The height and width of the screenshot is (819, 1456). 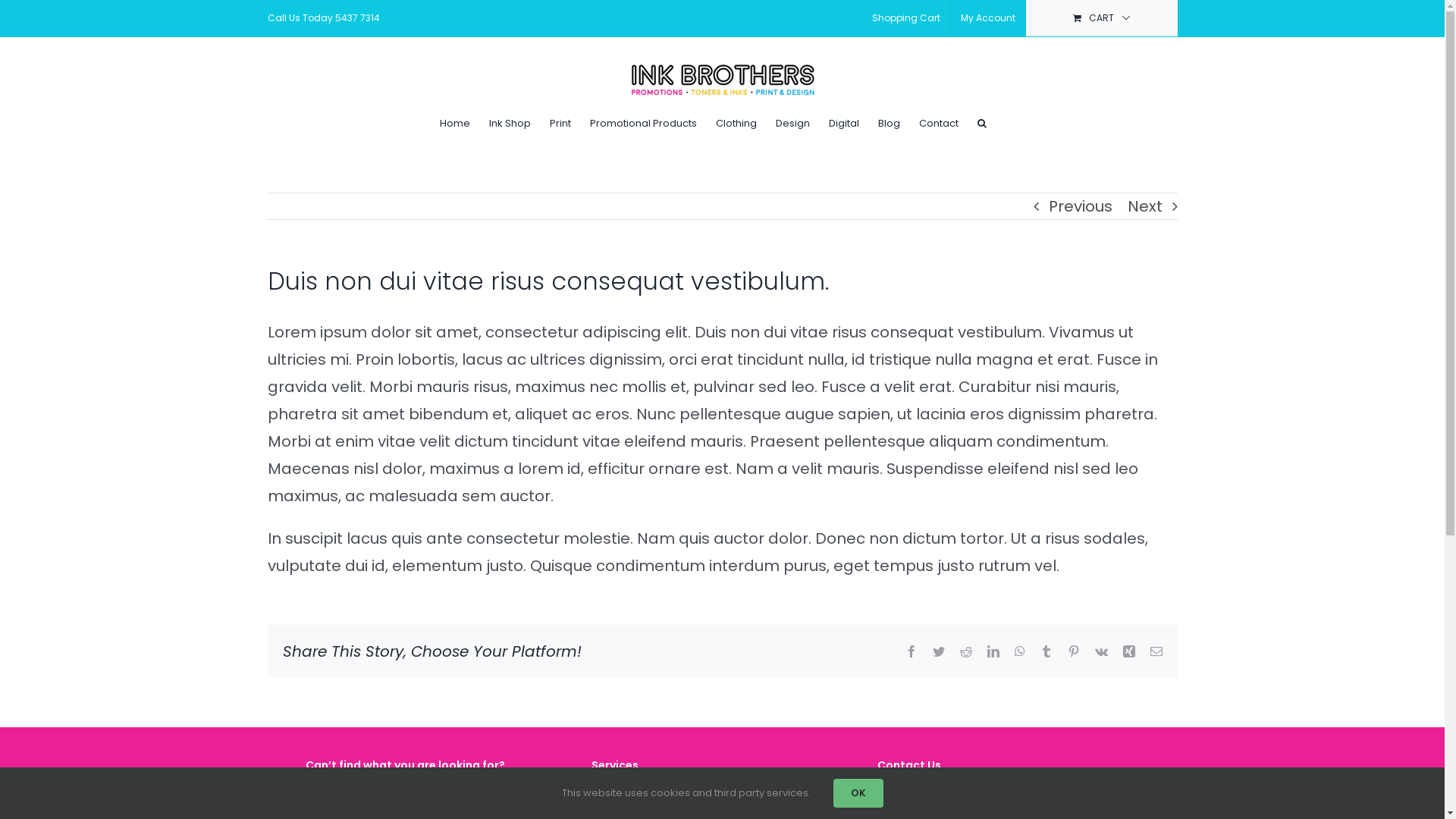 What do you see at coordinates (910, 651) in the screenshot?
I see `'Facebook'` at bounding box center [910, 651].